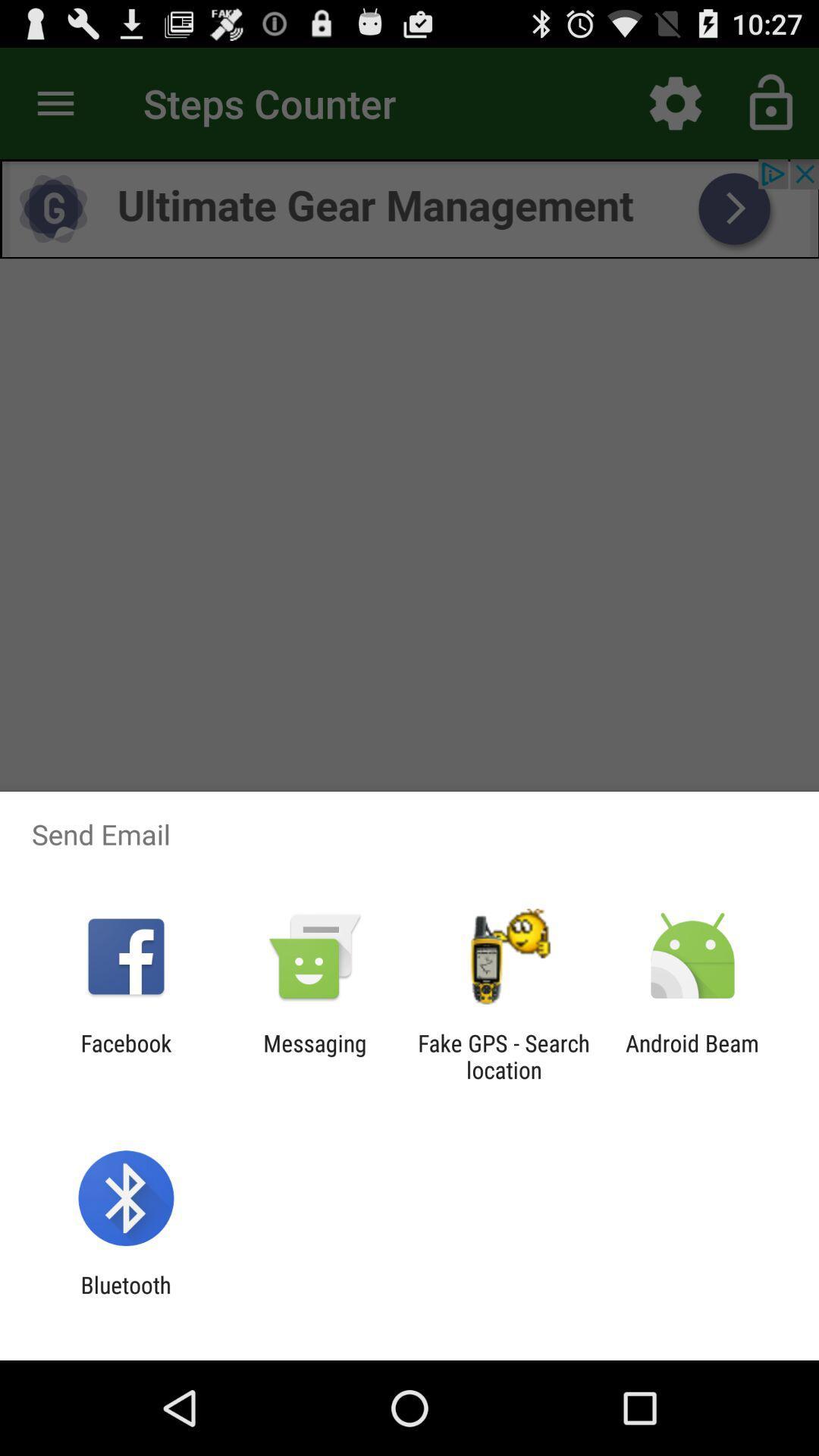 The image size is (819, 1456). I want to click on icon to the left of fake gps search, so click(314, 1056).